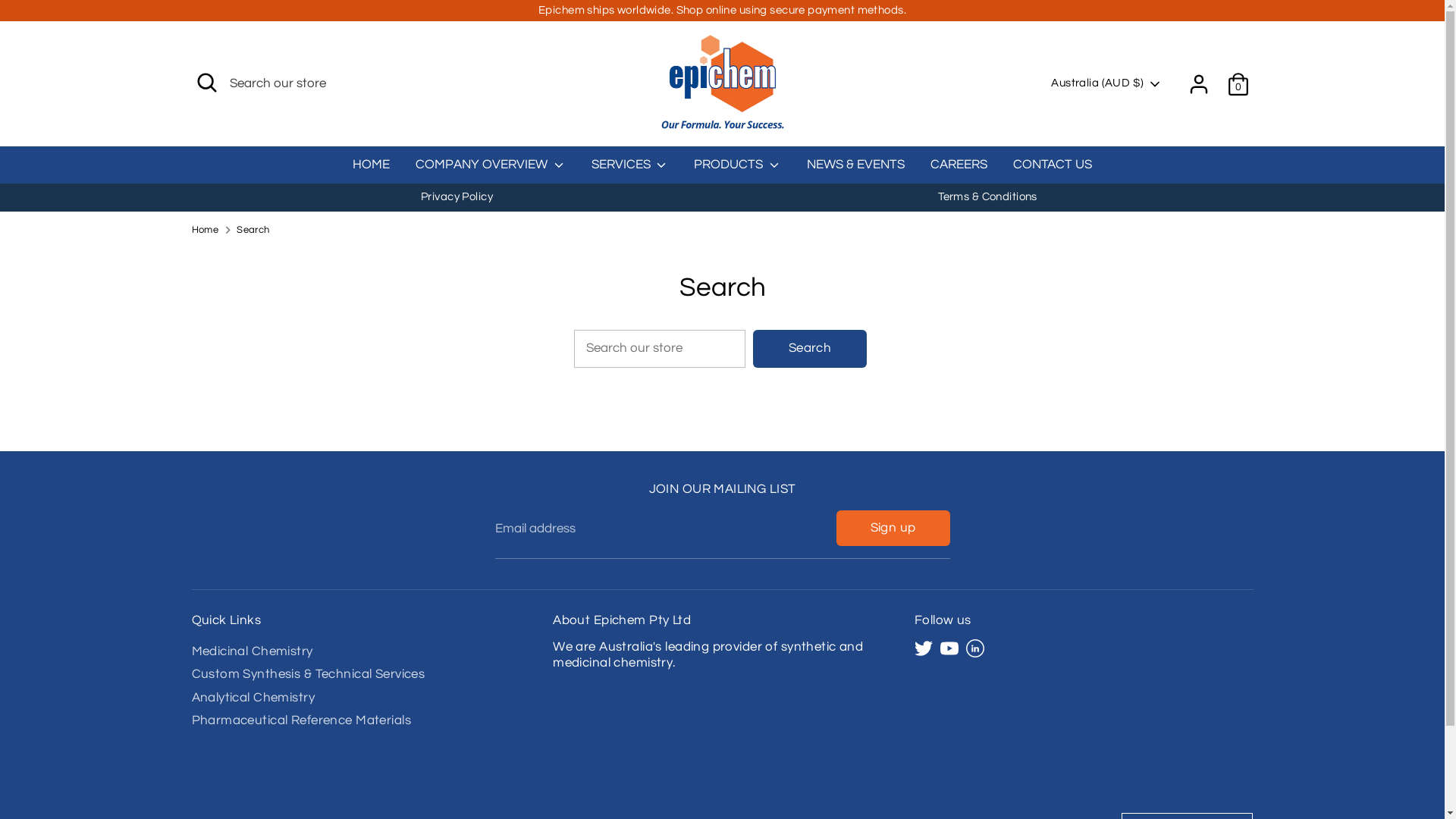  Describe the element at coordinates (1238, 84) in the screenshot. I see `'0'` at that location.